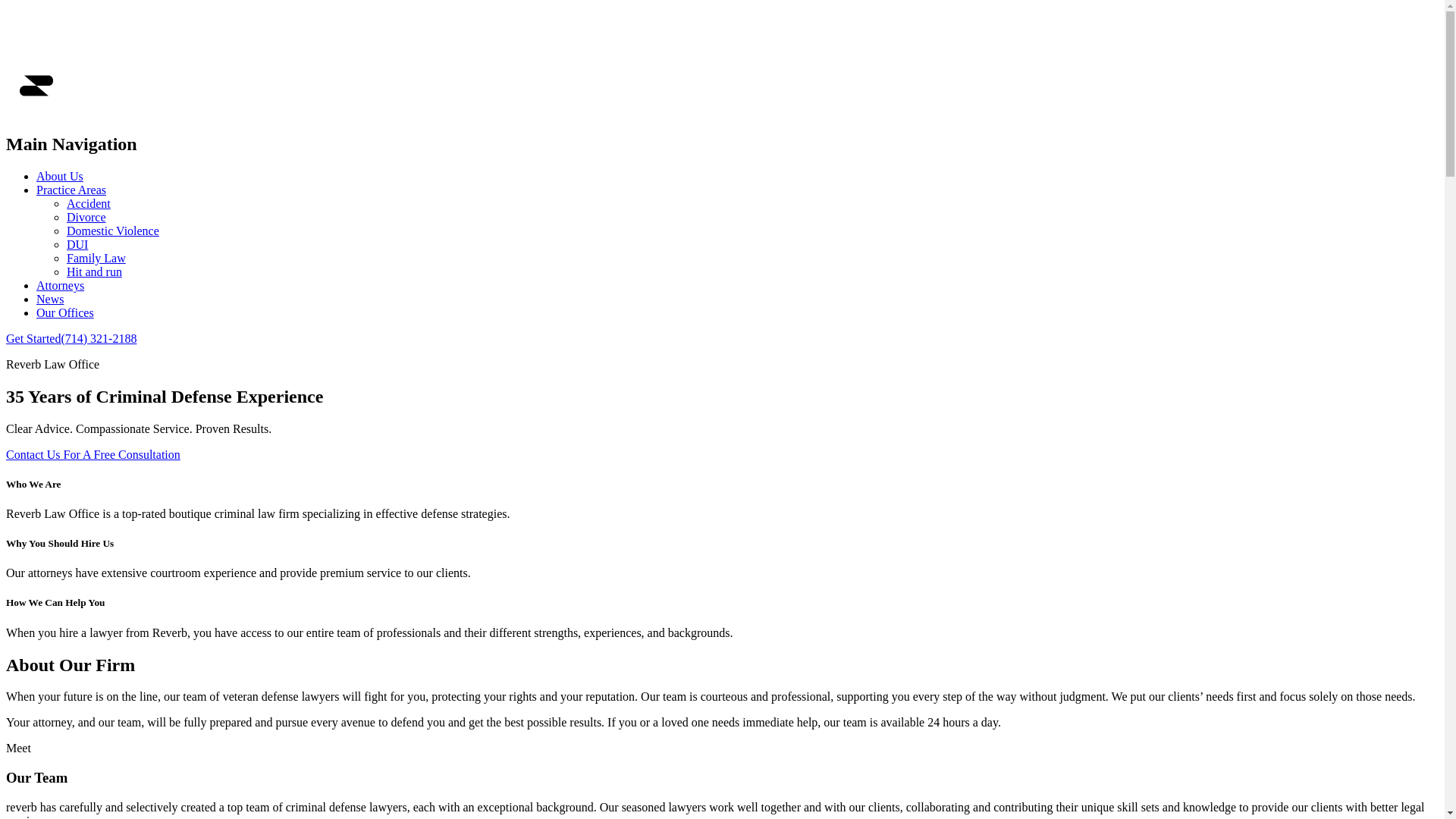  I want to click on 'Hit and run', so click(93, 271).